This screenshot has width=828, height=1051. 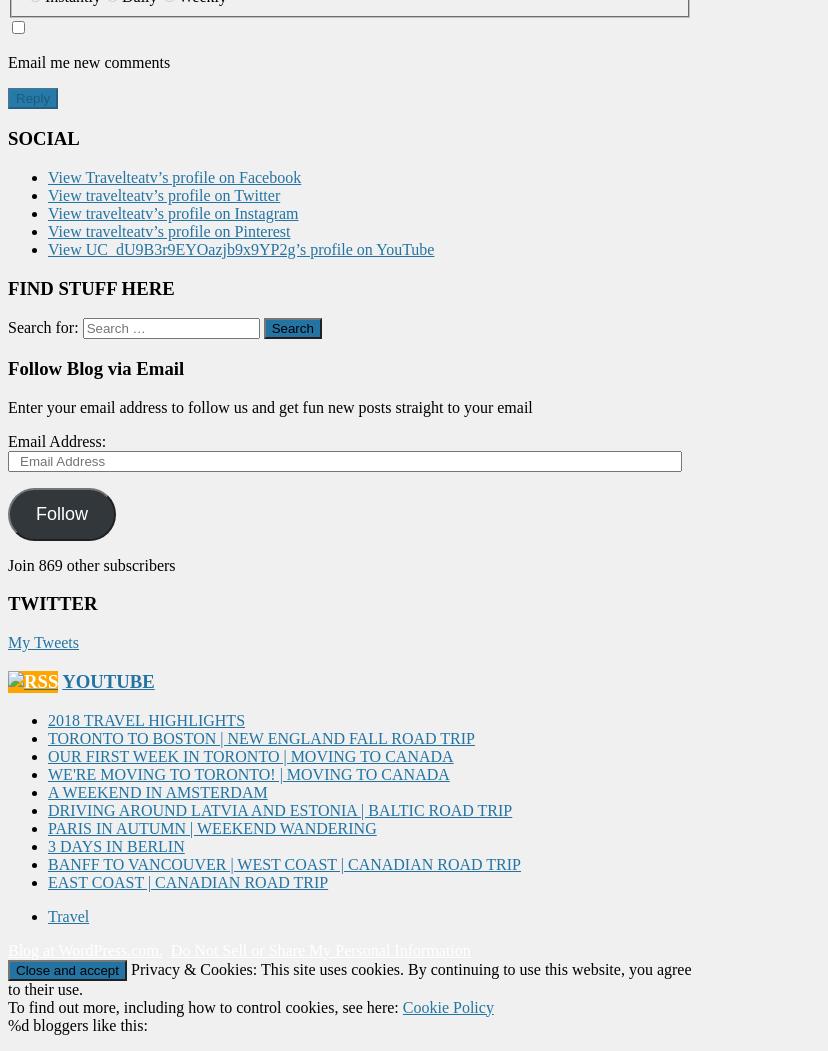 I want to click on 'Privacy & Cookies: This site uses cookies. By continuing to use this website, you agree to their use.', so click(x=8, y=978).